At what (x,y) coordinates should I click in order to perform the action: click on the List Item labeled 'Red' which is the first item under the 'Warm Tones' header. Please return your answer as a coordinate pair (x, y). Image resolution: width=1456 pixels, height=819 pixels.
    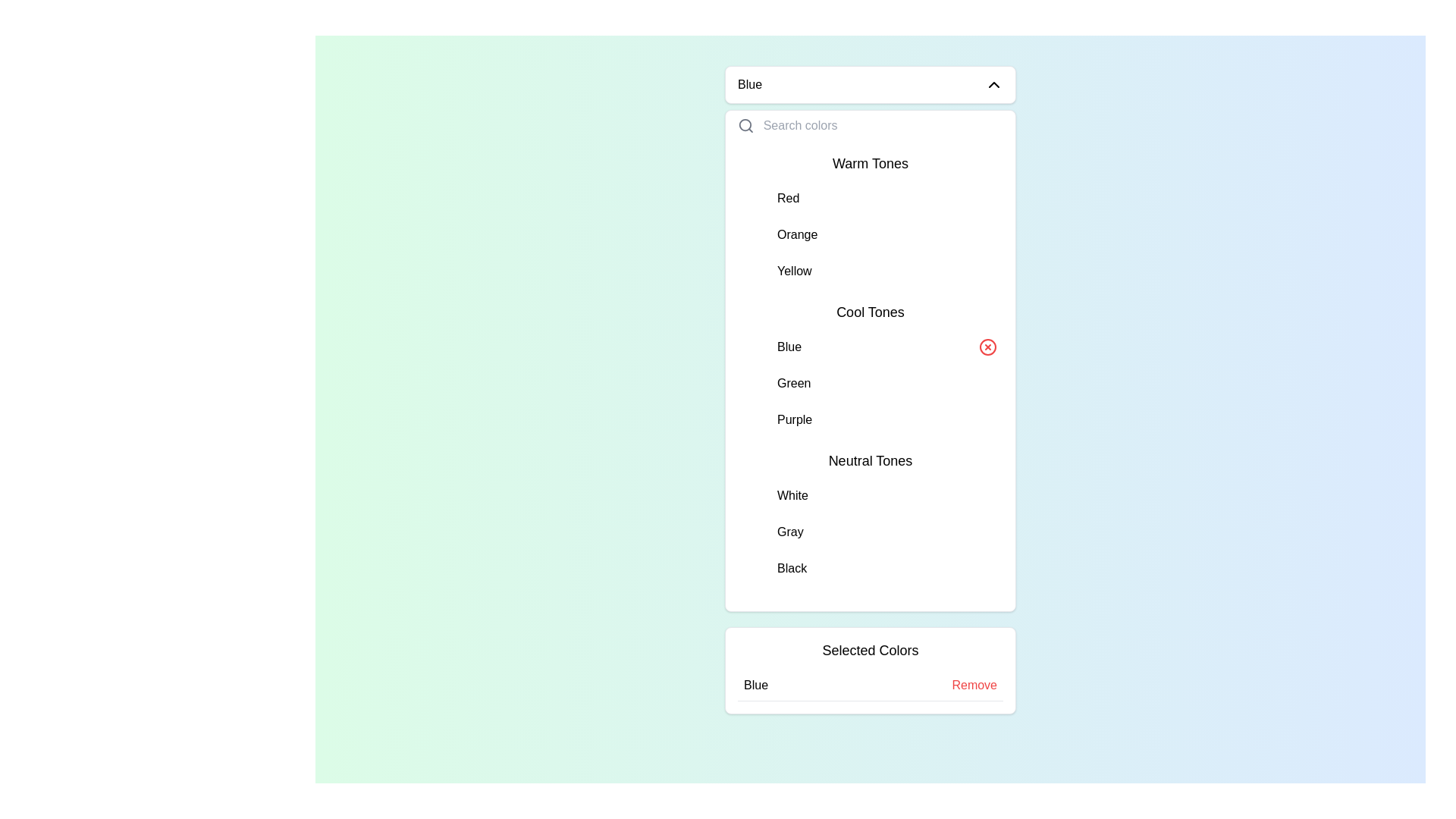
    Looking at the image, I should click on (870, 198).